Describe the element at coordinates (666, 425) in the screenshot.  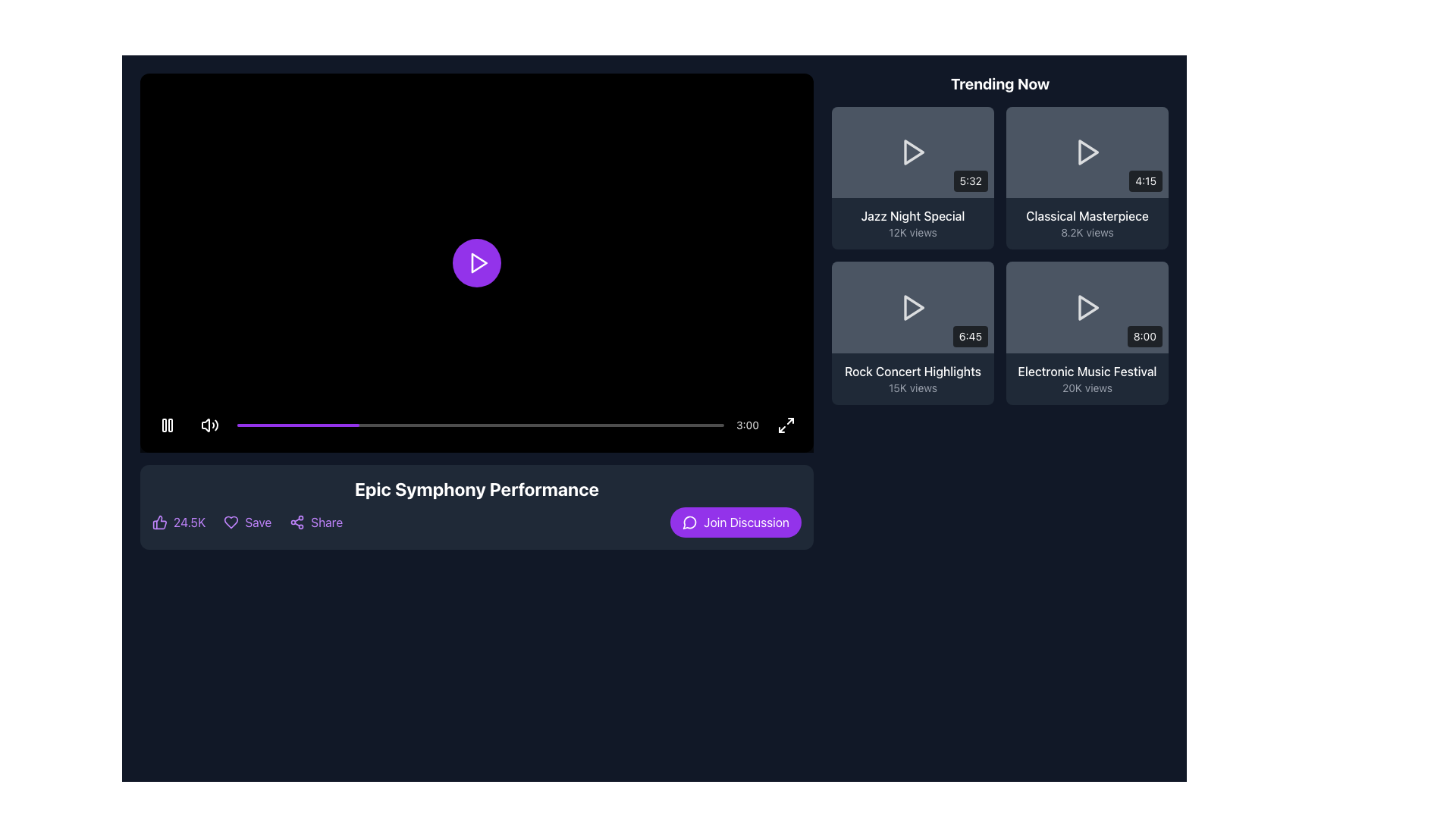
I see `the video playback progress` at that location.